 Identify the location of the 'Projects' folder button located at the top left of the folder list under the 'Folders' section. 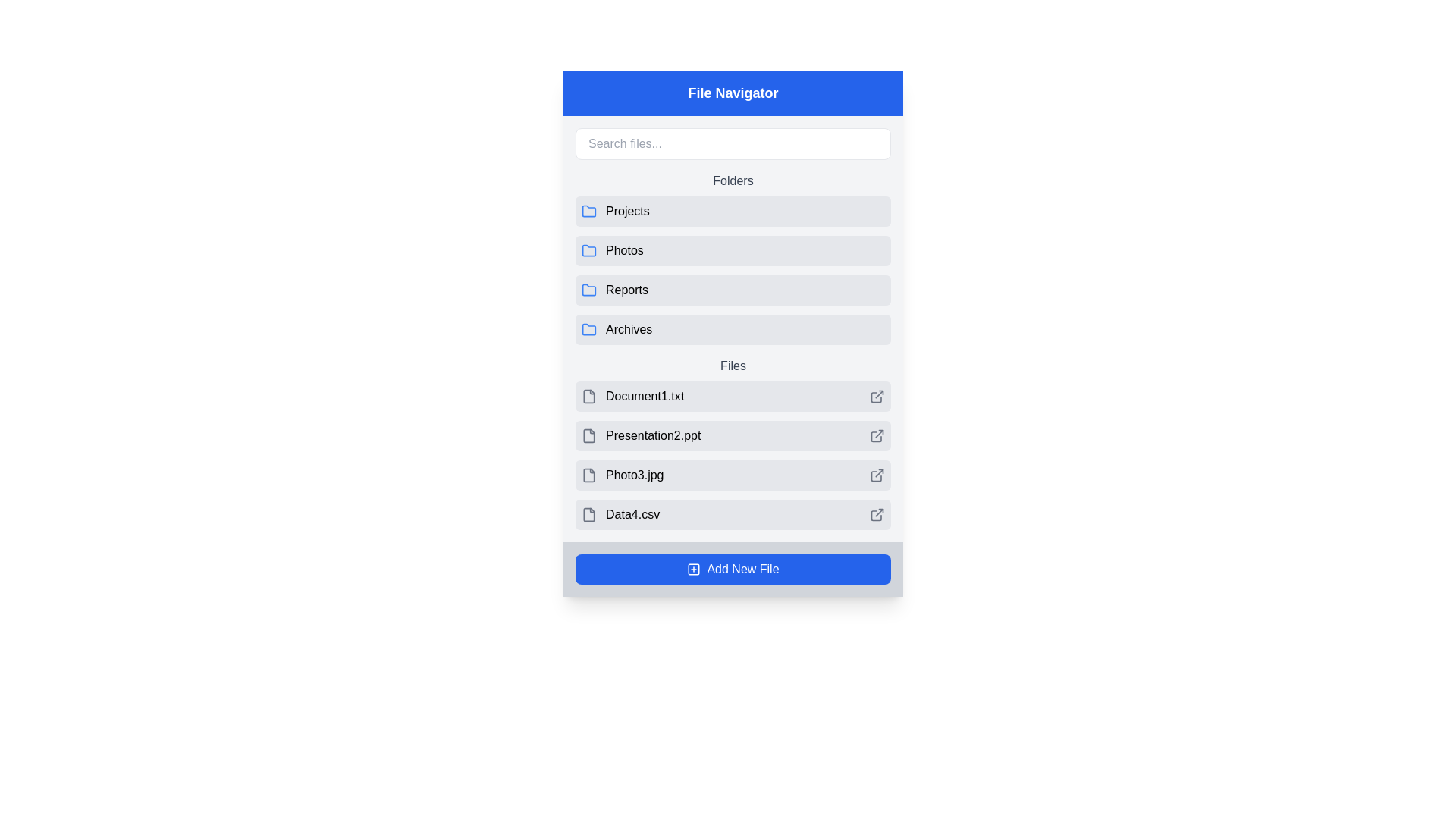
(733, 211).